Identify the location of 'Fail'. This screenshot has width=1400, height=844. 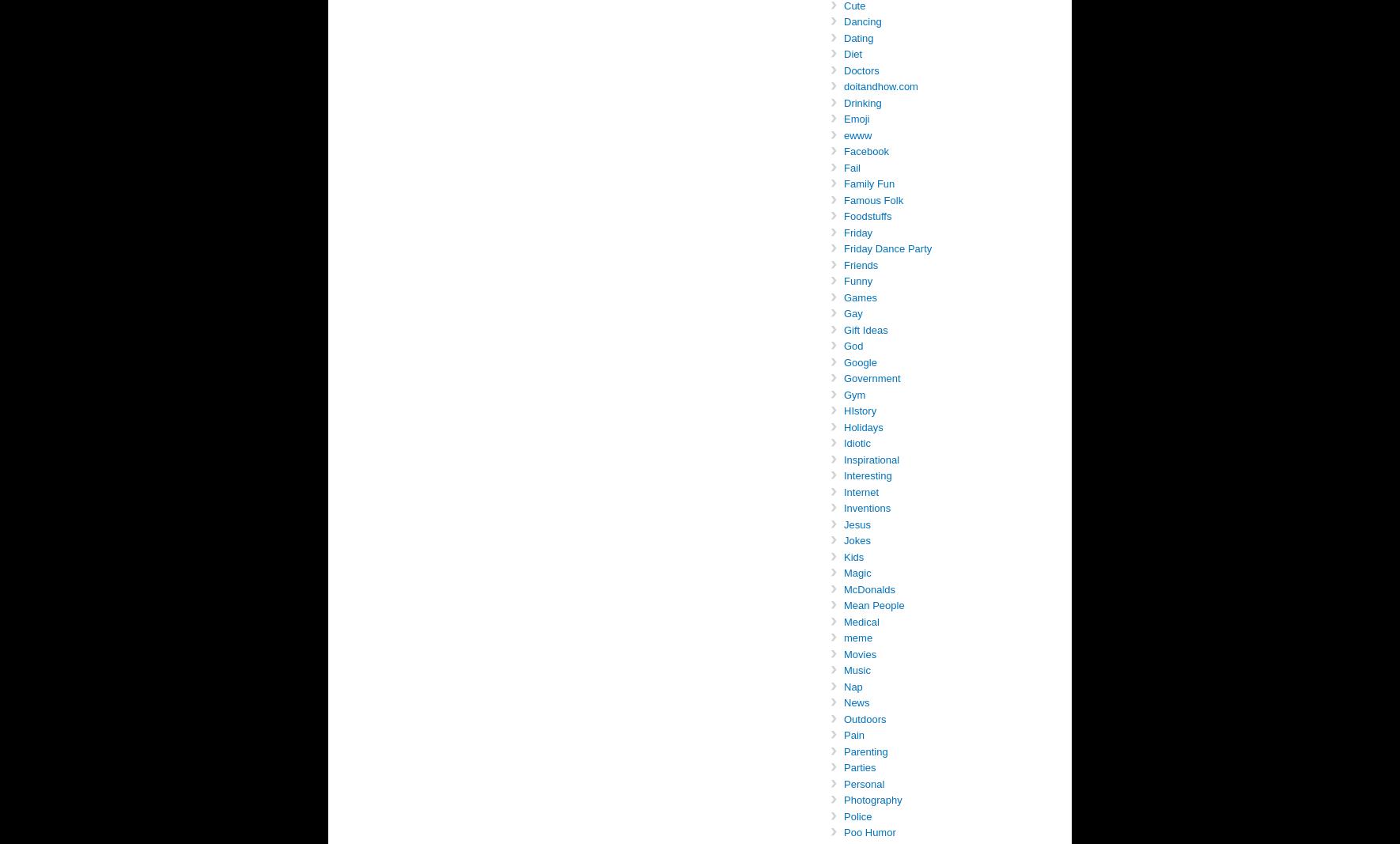
(843, 167).